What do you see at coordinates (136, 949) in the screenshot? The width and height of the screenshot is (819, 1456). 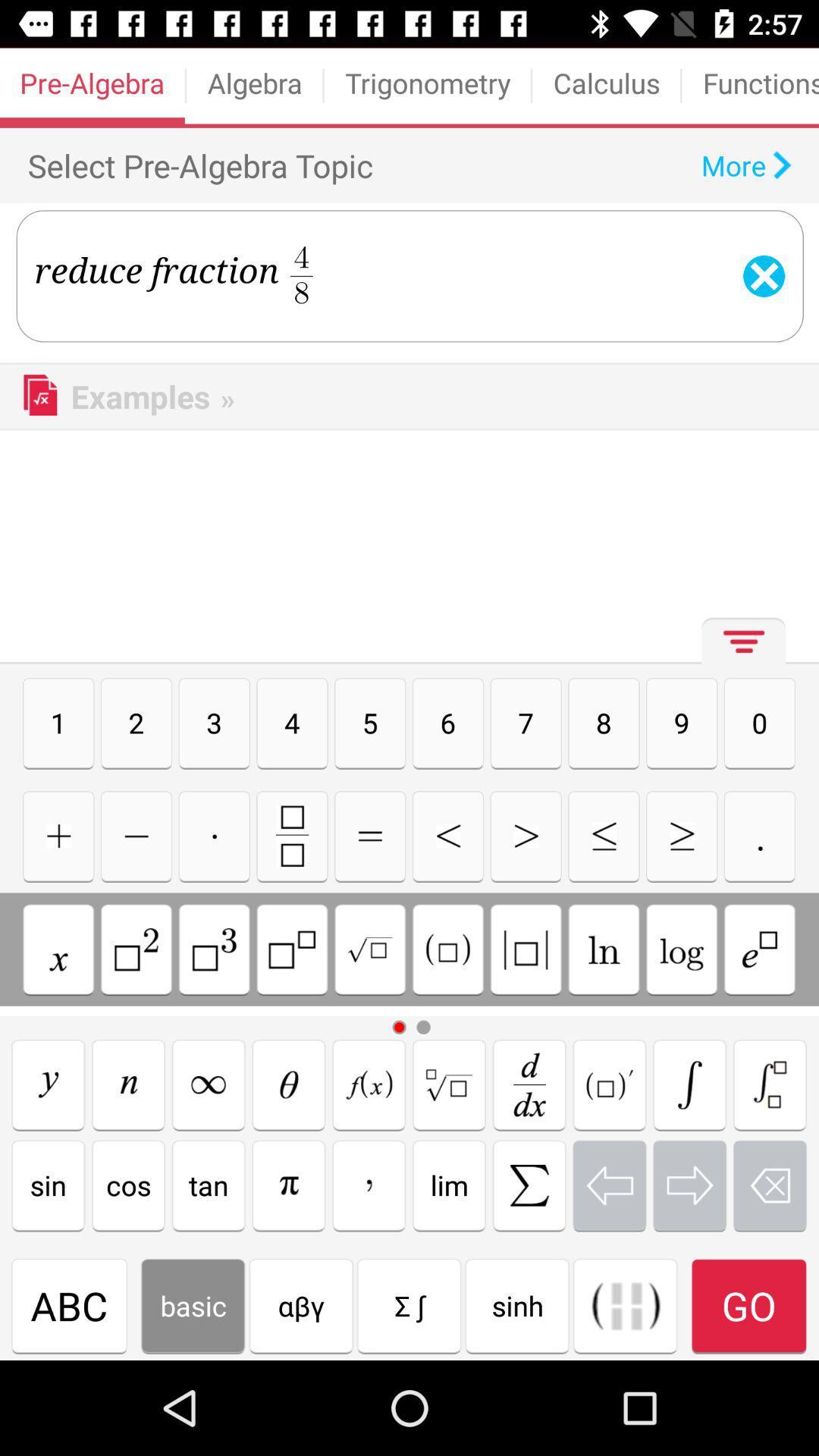 I see `maths user option` at bounding box center [136, 949].